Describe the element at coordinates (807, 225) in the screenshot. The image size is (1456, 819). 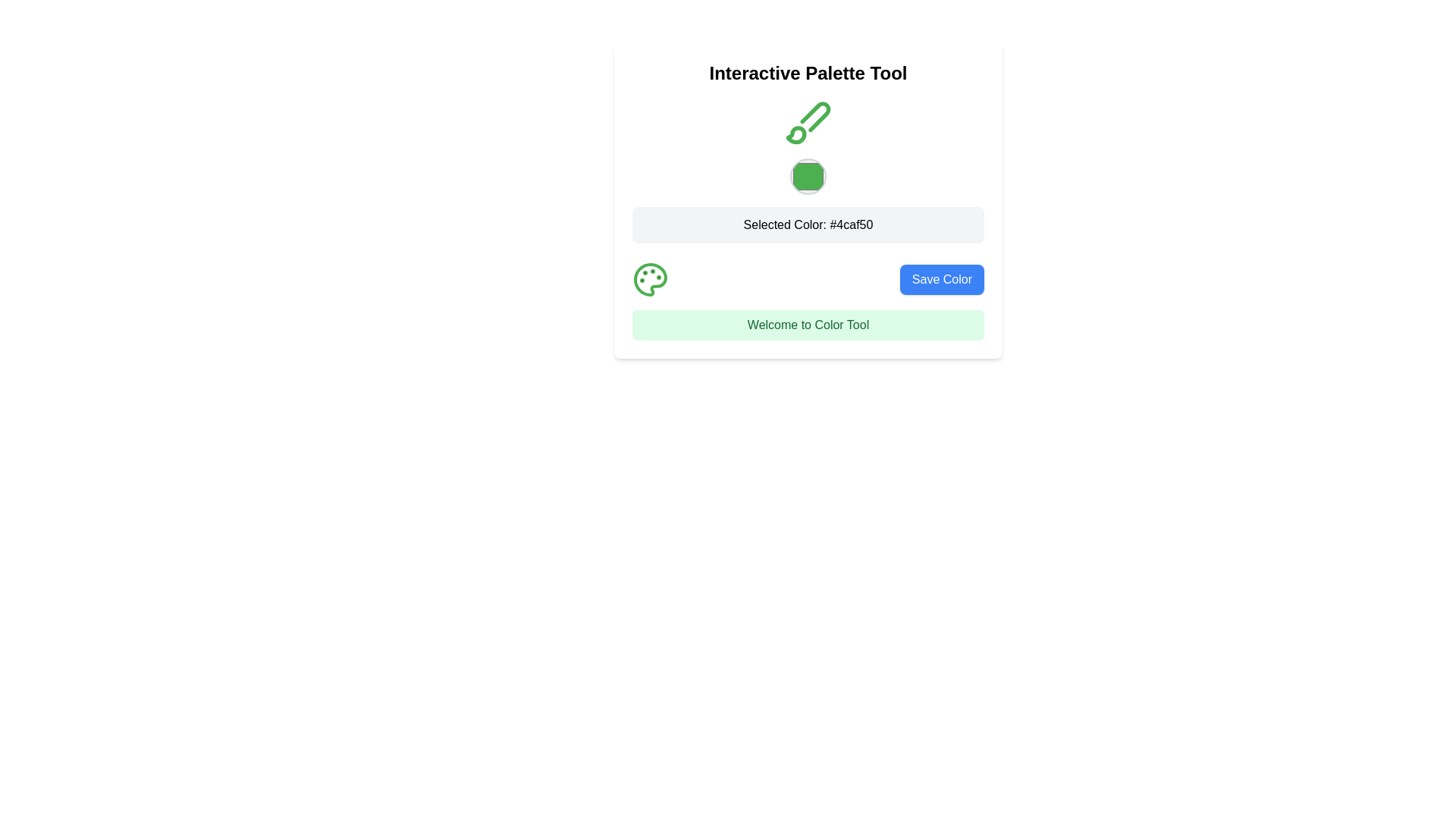
I see `the Text Display that indicates the currently selected color in hexadecimal notation, located centrally below the green circular color selector` at that location.